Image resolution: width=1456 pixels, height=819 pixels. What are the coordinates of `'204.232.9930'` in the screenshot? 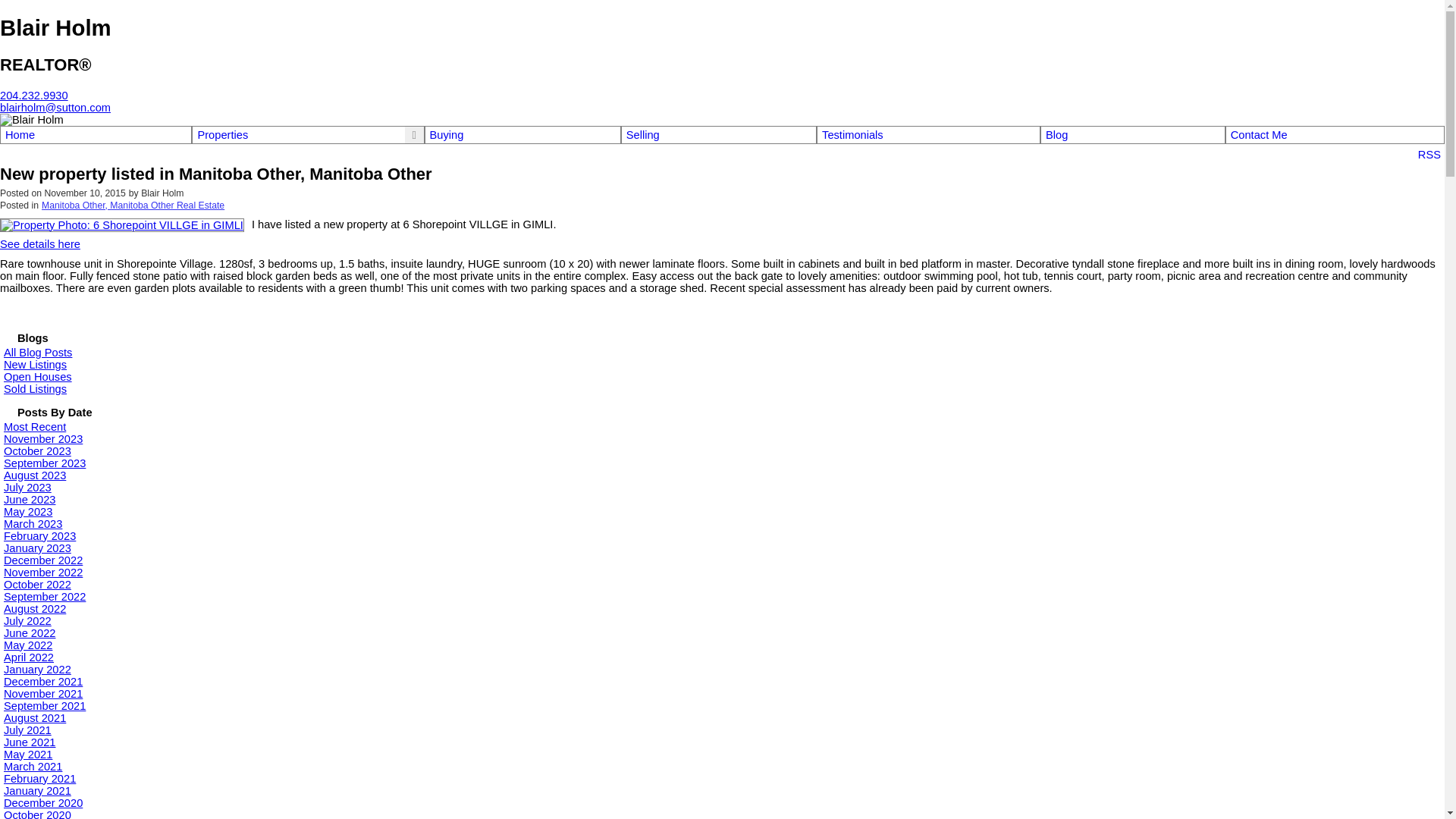 It's located at (33, 96).